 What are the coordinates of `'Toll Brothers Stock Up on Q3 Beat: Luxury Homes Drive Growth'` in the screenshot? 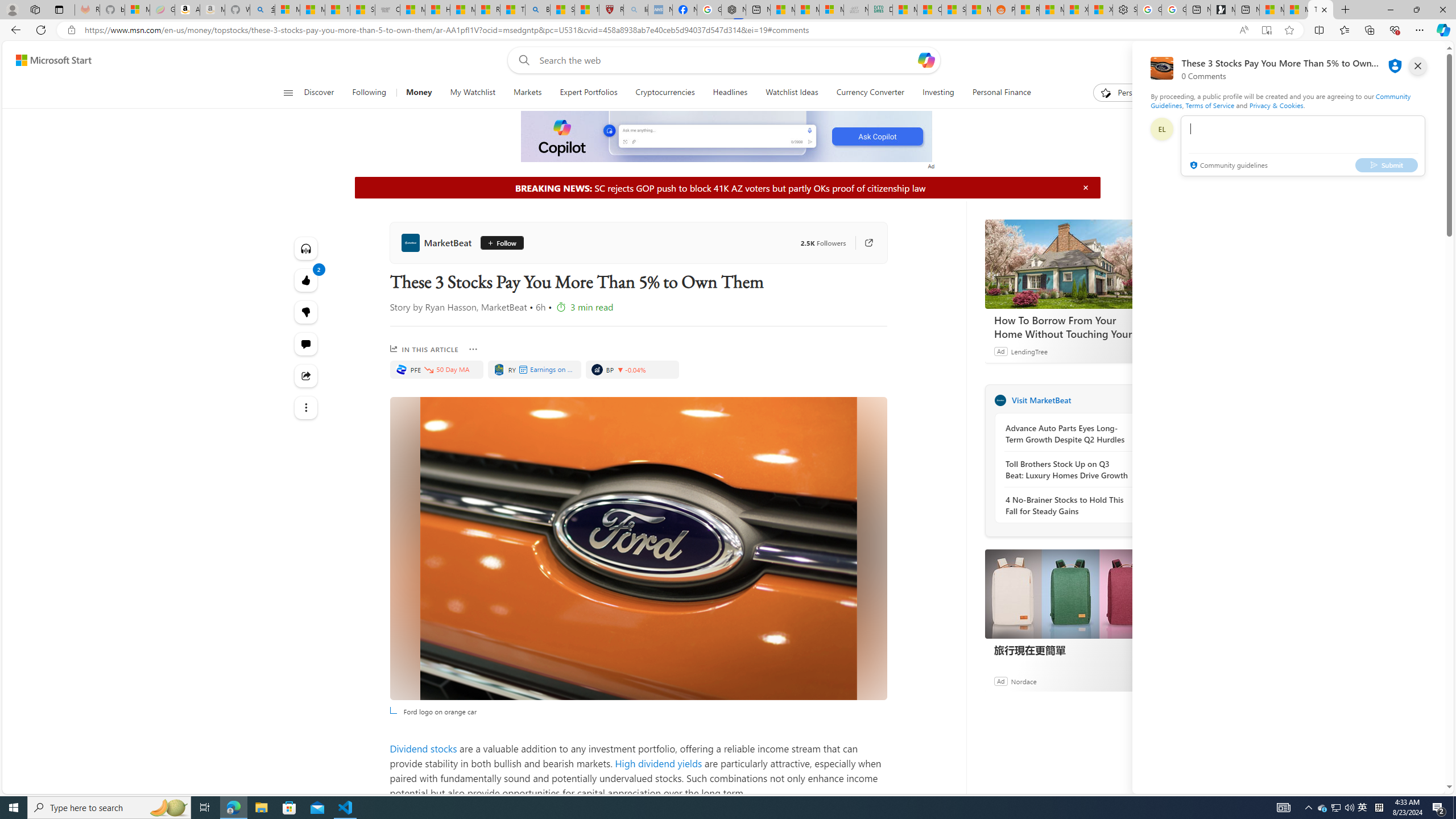 It's located at (1066, 470).